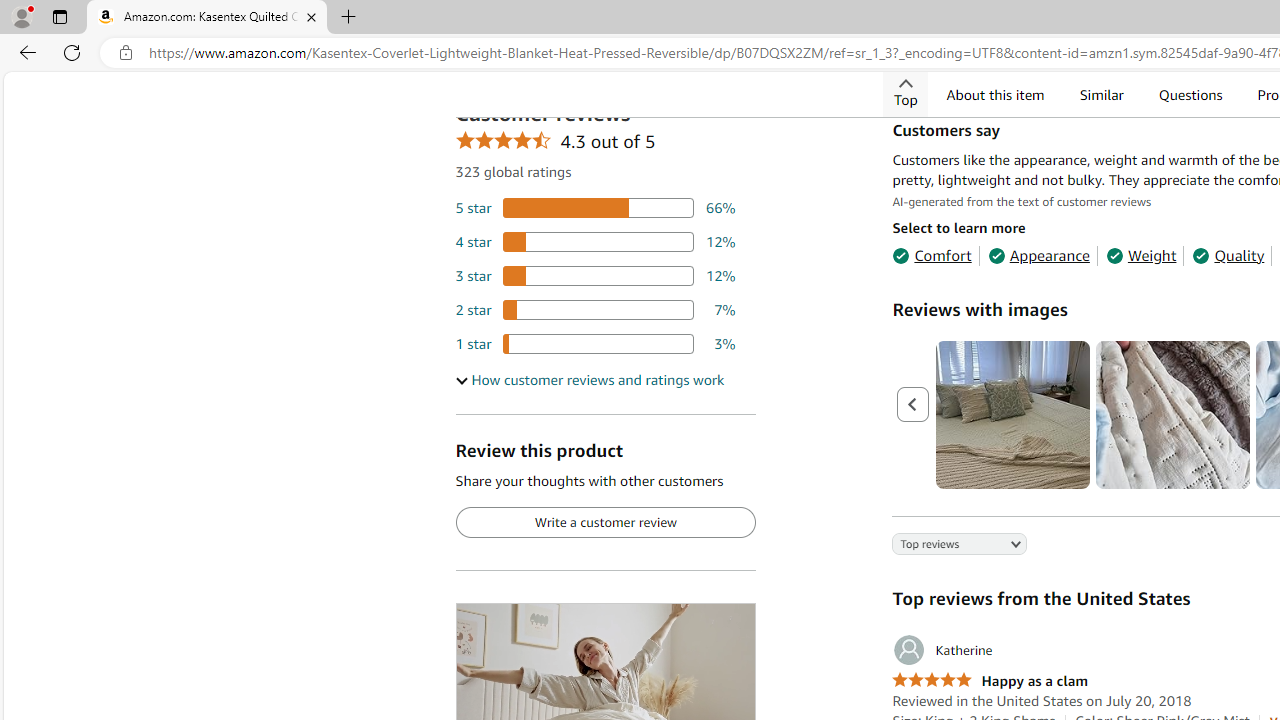  What do you see at coordinates (930, 254) in the screenshot?
I see `'Comfort'` at bounding box center [930, 254].